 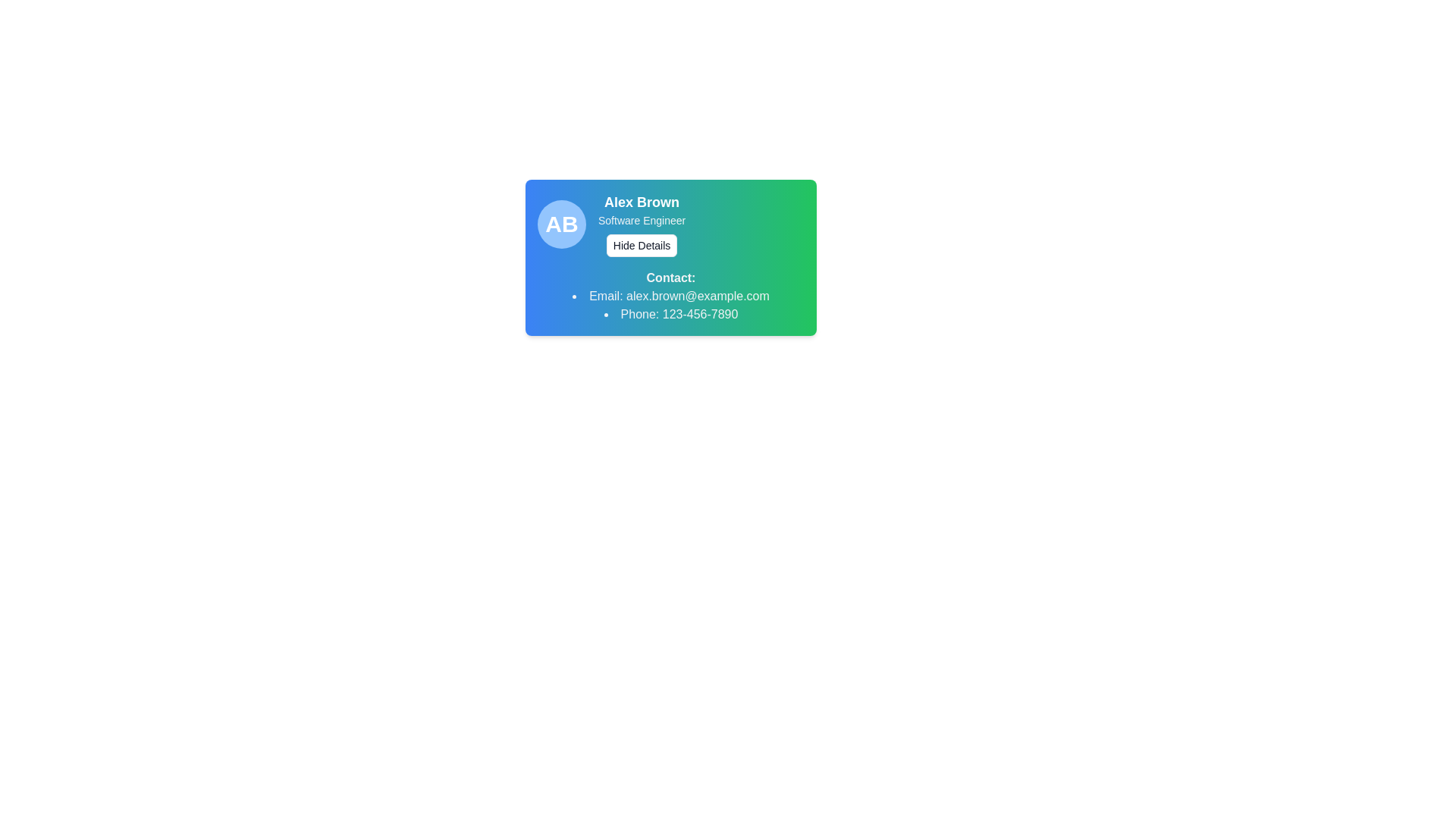 What do you see at coordinates (670, 256) in the screenshot?
I see `the 'Hide Details' button, which is a rectangular button with a white background and black text, located below 'Alex Brown' and 'Software Engineer' in the user's profile card` at bounding box center [670, 256].